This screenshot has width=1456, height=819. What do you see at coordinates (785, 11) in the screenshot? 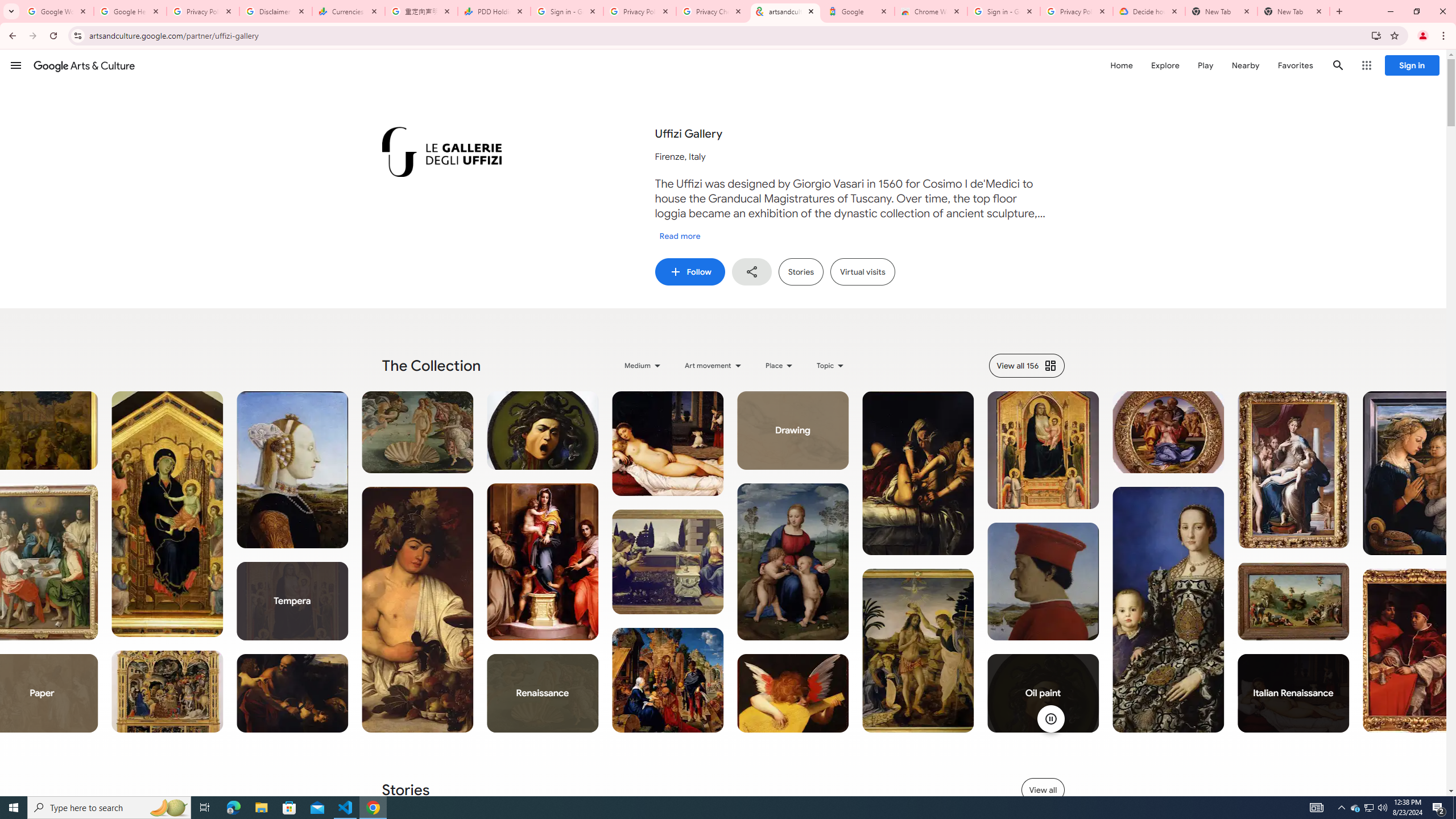
I see `'artsandculture.google.com/partner/uffizi-gallery'` at bounding box center [785, 11].